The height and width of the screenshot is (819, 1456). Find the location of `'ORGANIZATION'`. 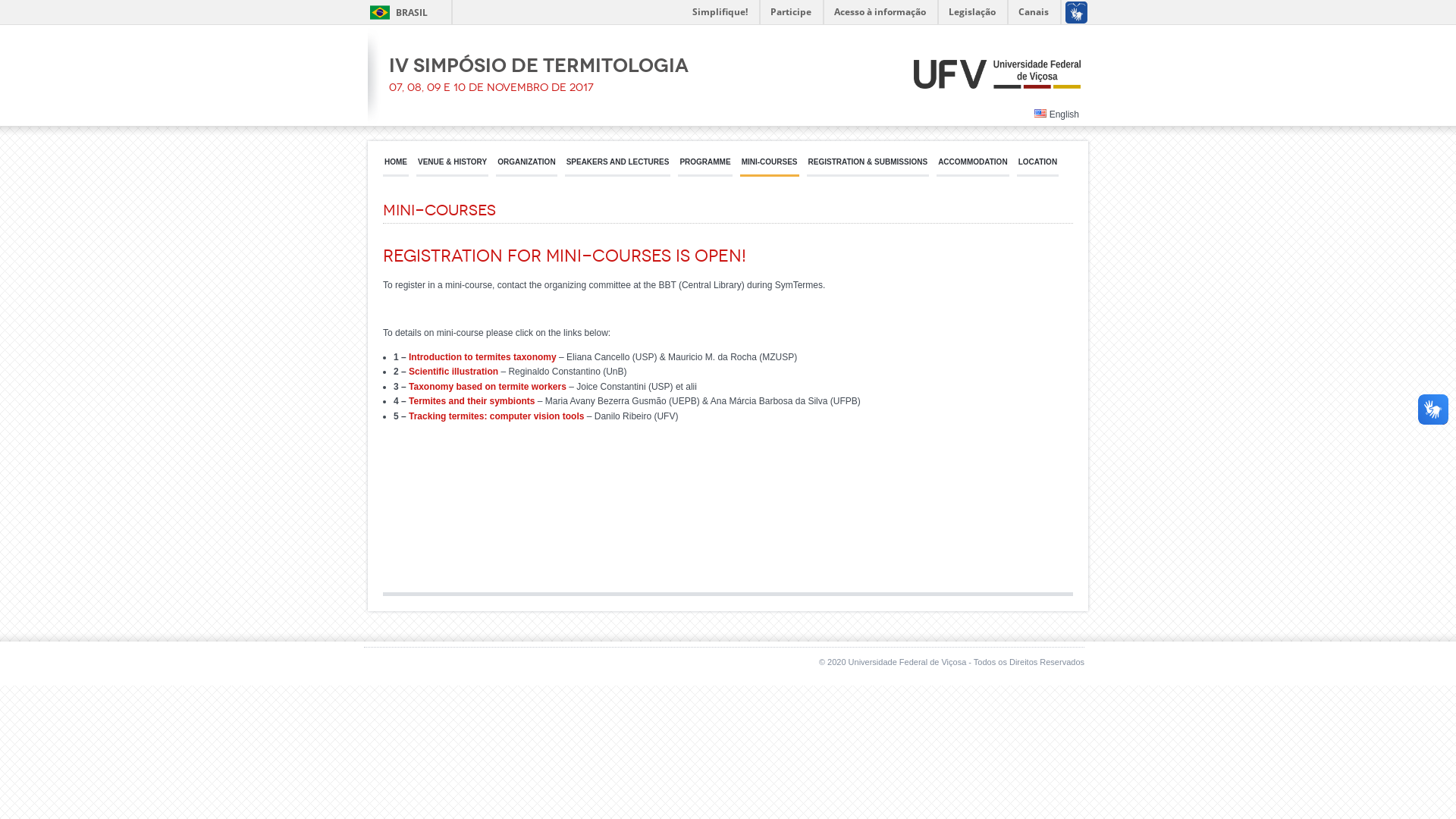

'ORGANIZATION' is located at coordinates (526, 166).